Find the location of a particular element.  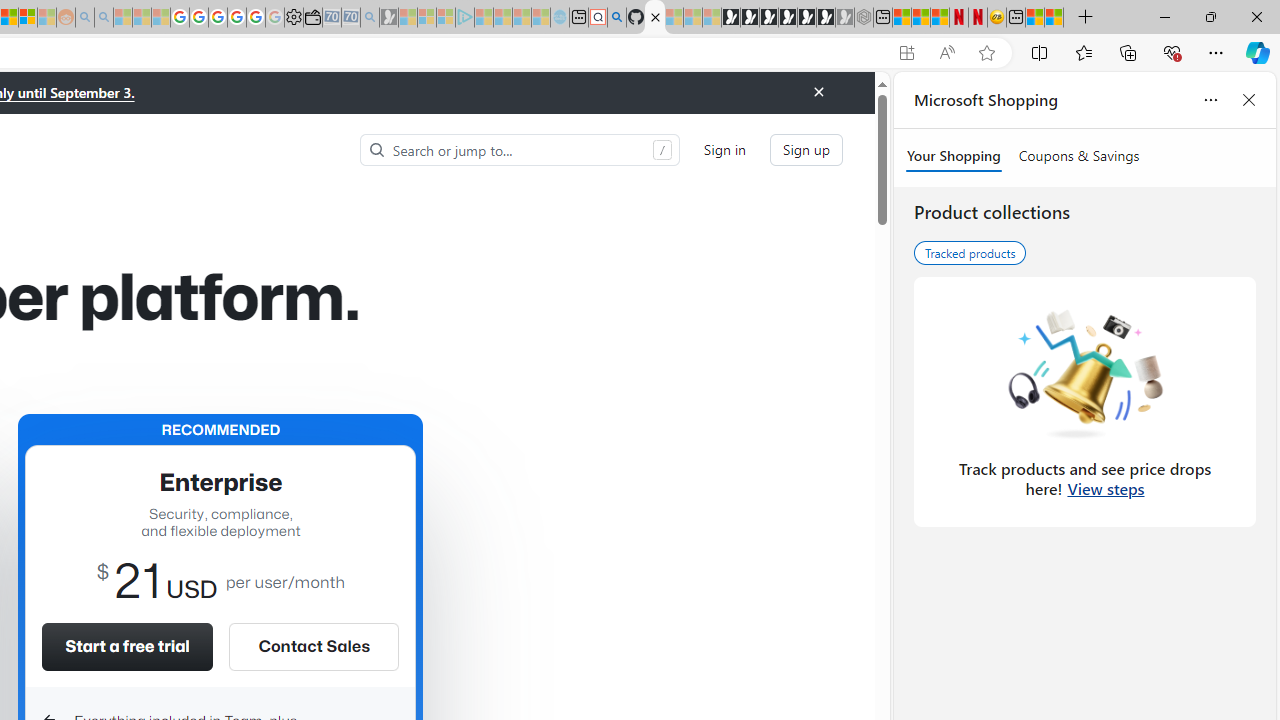

'Contact Sales' is located at coordinates (312, 646).